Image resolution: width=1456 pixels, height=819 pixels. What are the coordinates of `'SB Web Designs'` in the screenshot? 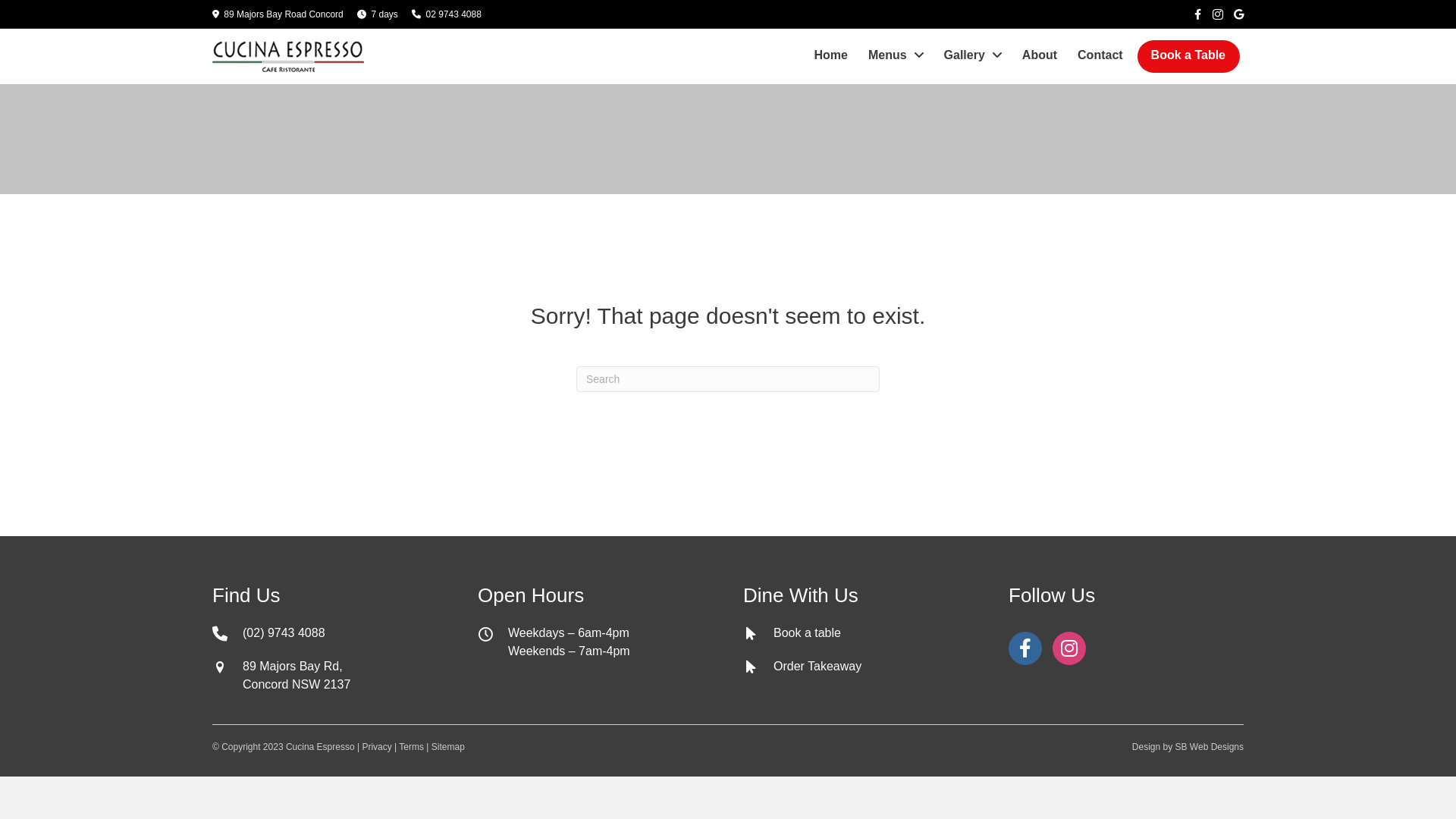 It's located at (1175, 745).